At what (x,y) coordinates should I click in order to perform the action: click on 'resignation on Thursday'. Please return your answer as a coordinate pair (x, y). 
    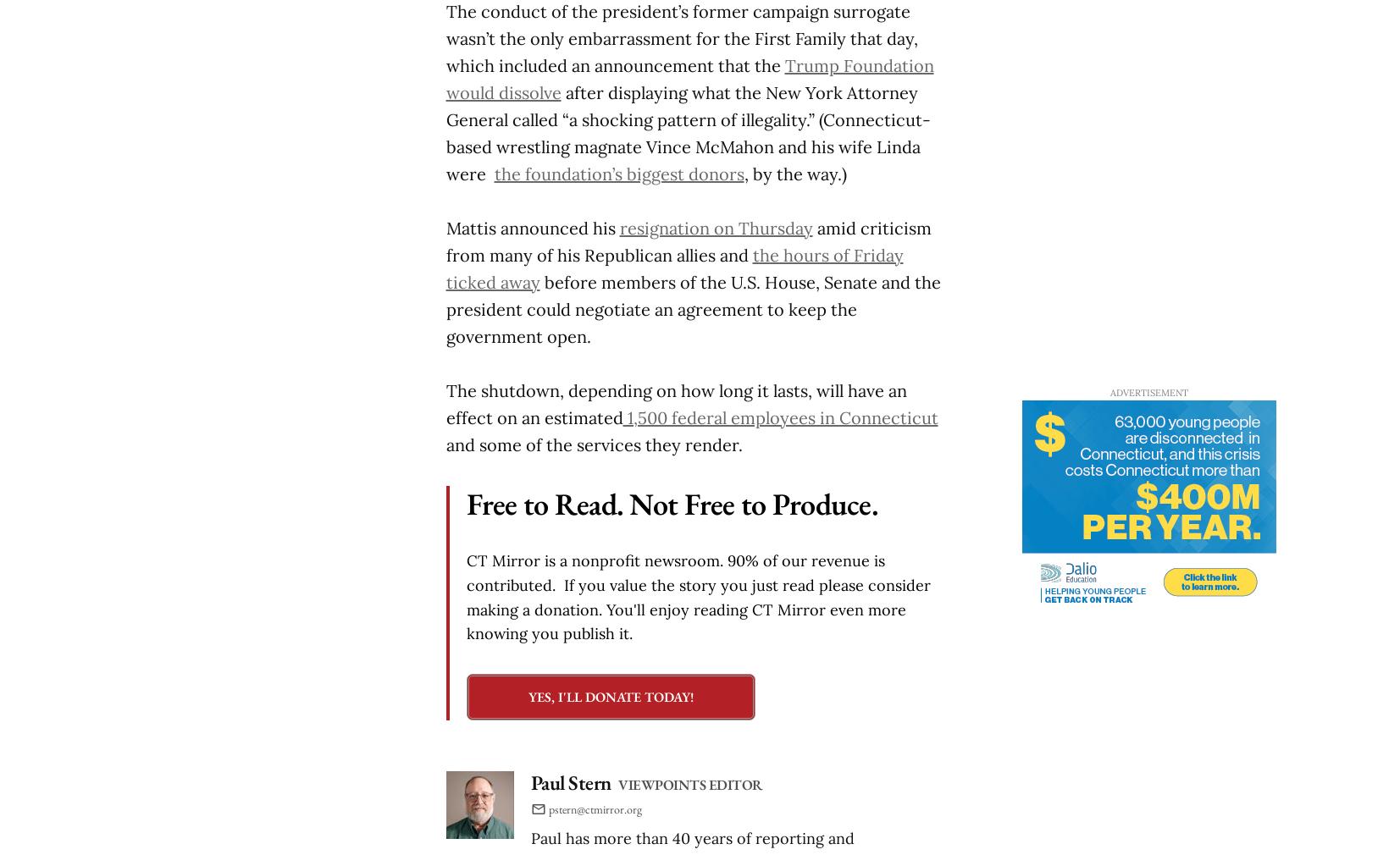
    Looking at the image, I should click on (716, 227).